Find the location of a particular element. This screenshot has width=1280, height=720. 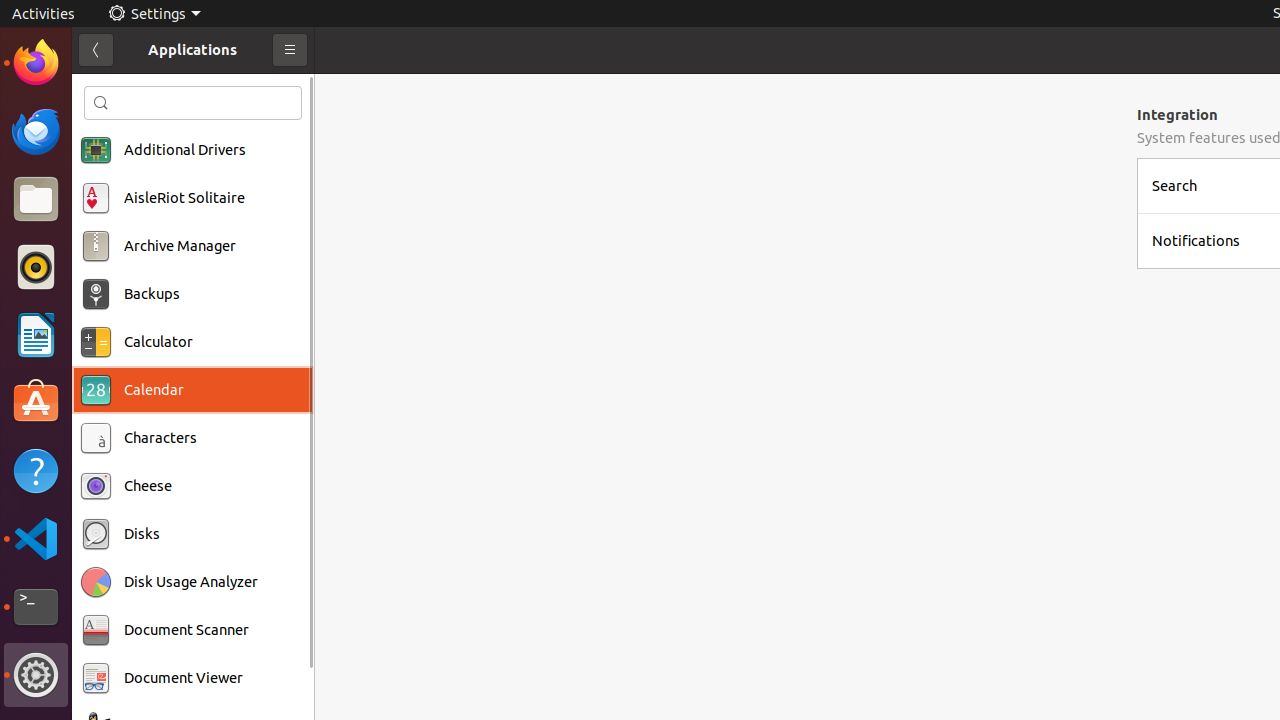

'Calculator' is located at coordinates (157, 341).